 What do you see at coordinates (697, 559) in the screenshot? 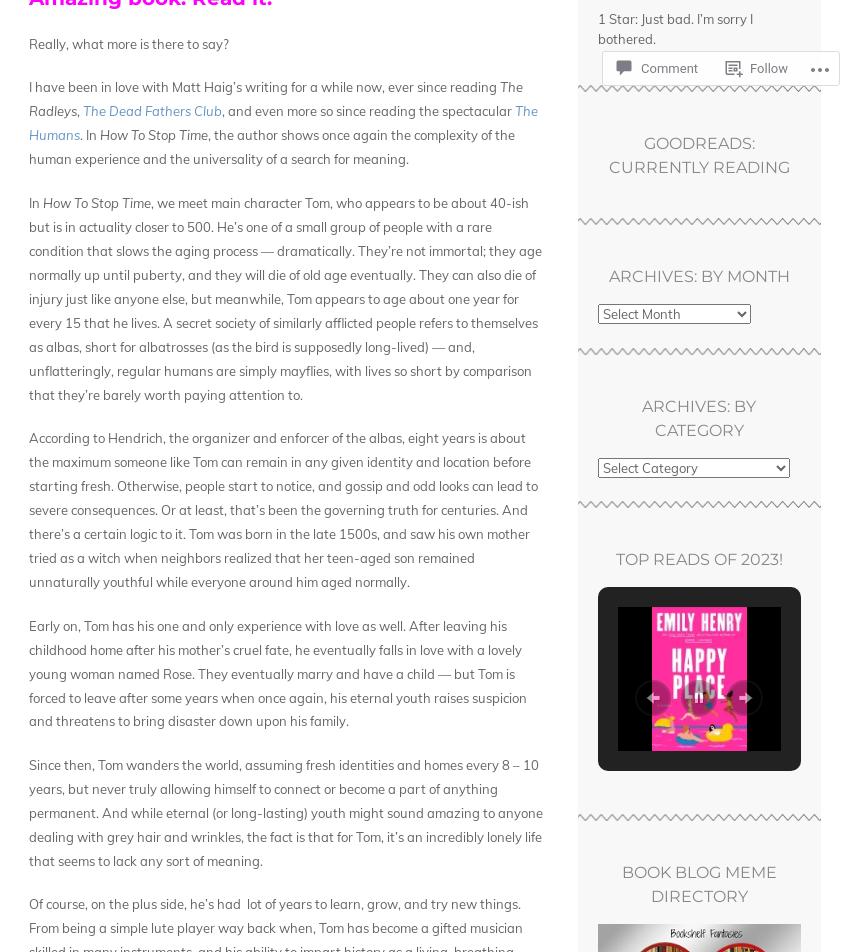
I see `'Top Reads of 2023!'` at bounding box center [697, 559].